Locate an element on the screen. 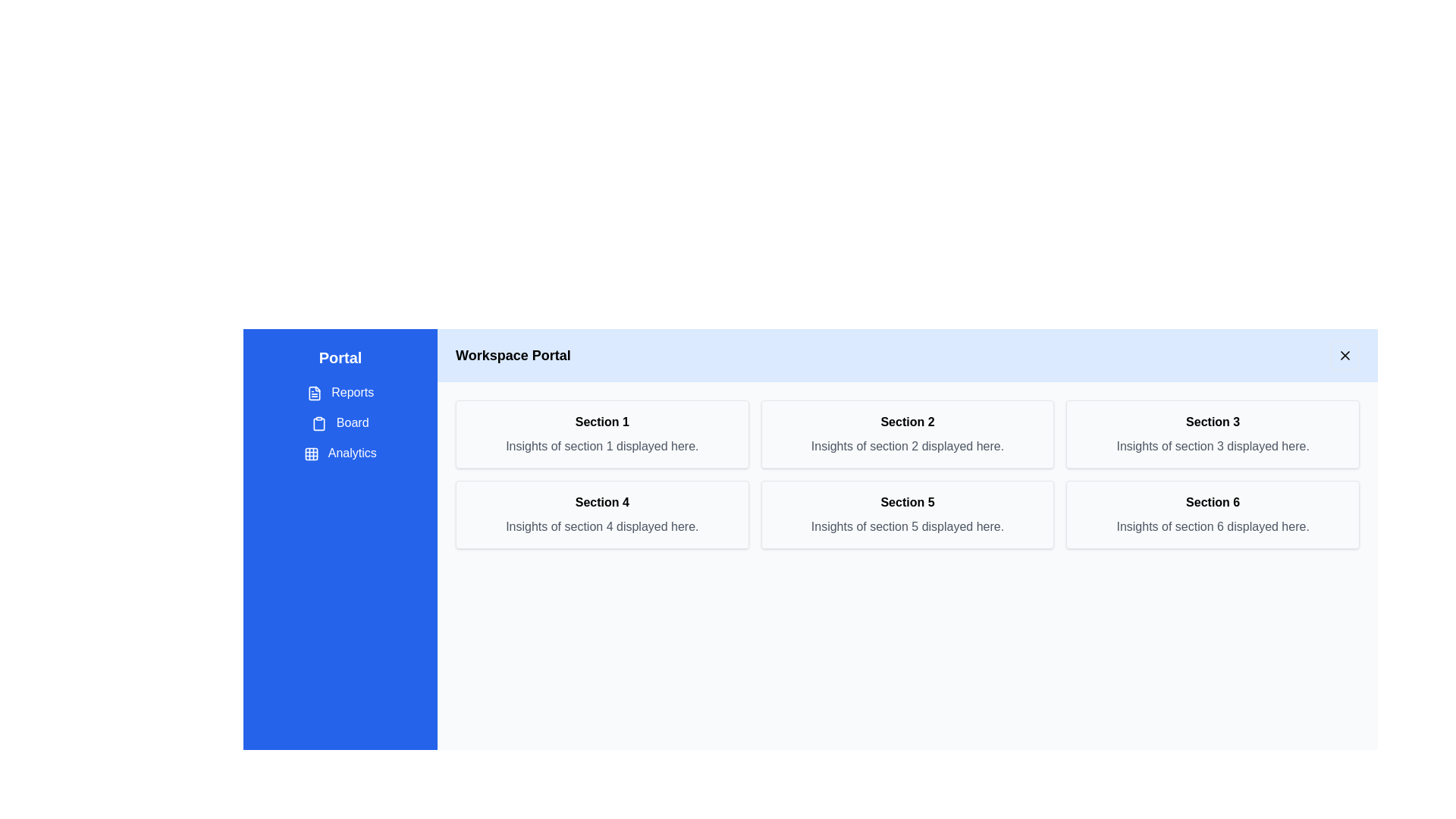 This screenshot has height=819, width=1456. the small diagonal black line forming part of an 'X' shape design located in the top-right corner of the interface, near the edge of a blue banner, which represents a close button or icon is located at coordinates (1345, 356).